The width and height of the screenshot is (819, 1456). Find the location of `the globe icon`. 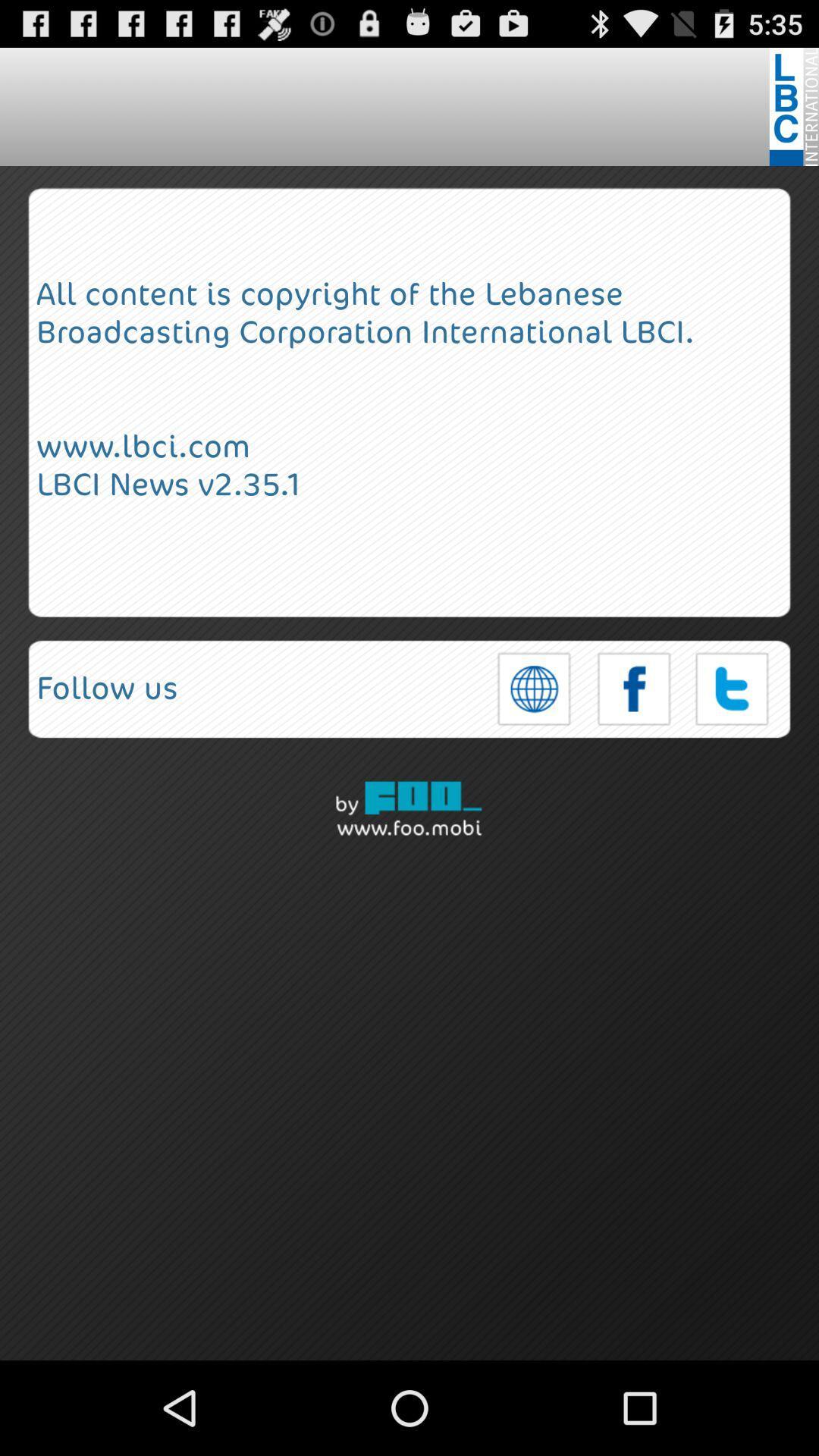

the globe icon is located at coordinates (534, 737).